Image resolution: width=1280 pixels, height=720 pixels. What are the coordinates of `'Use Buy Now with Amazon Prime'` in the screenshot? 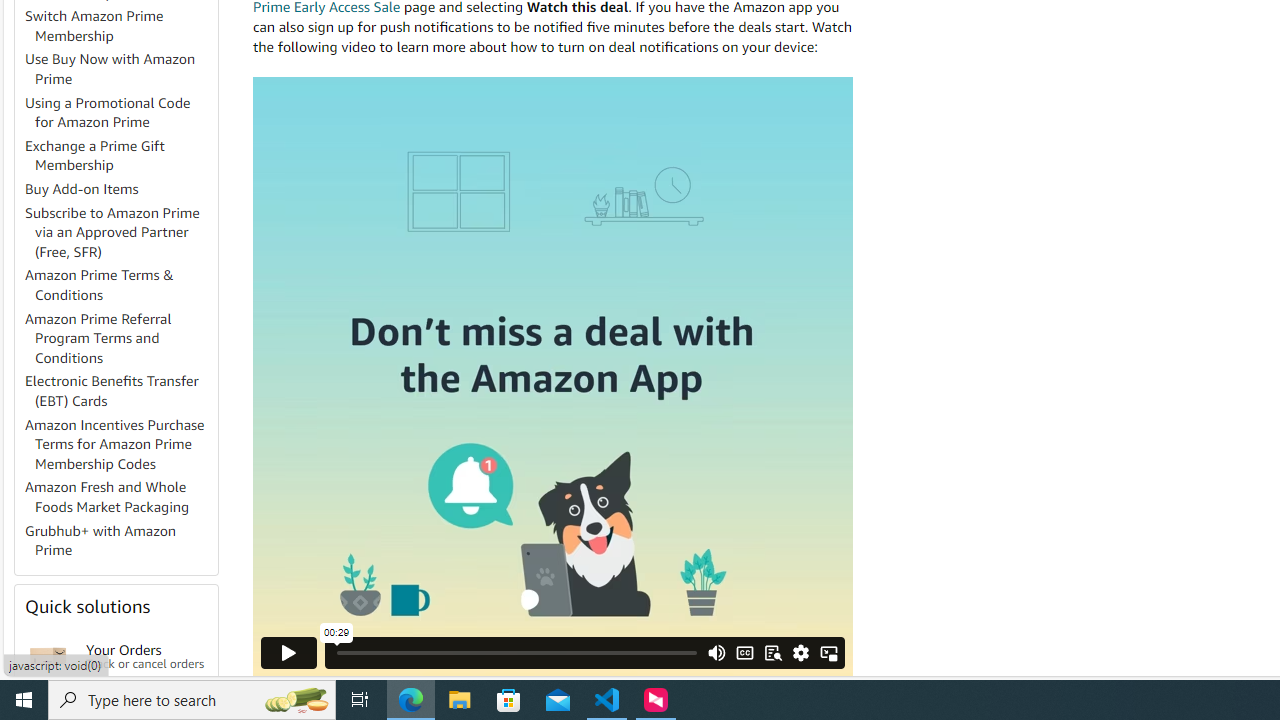 It's located at (119, 68).